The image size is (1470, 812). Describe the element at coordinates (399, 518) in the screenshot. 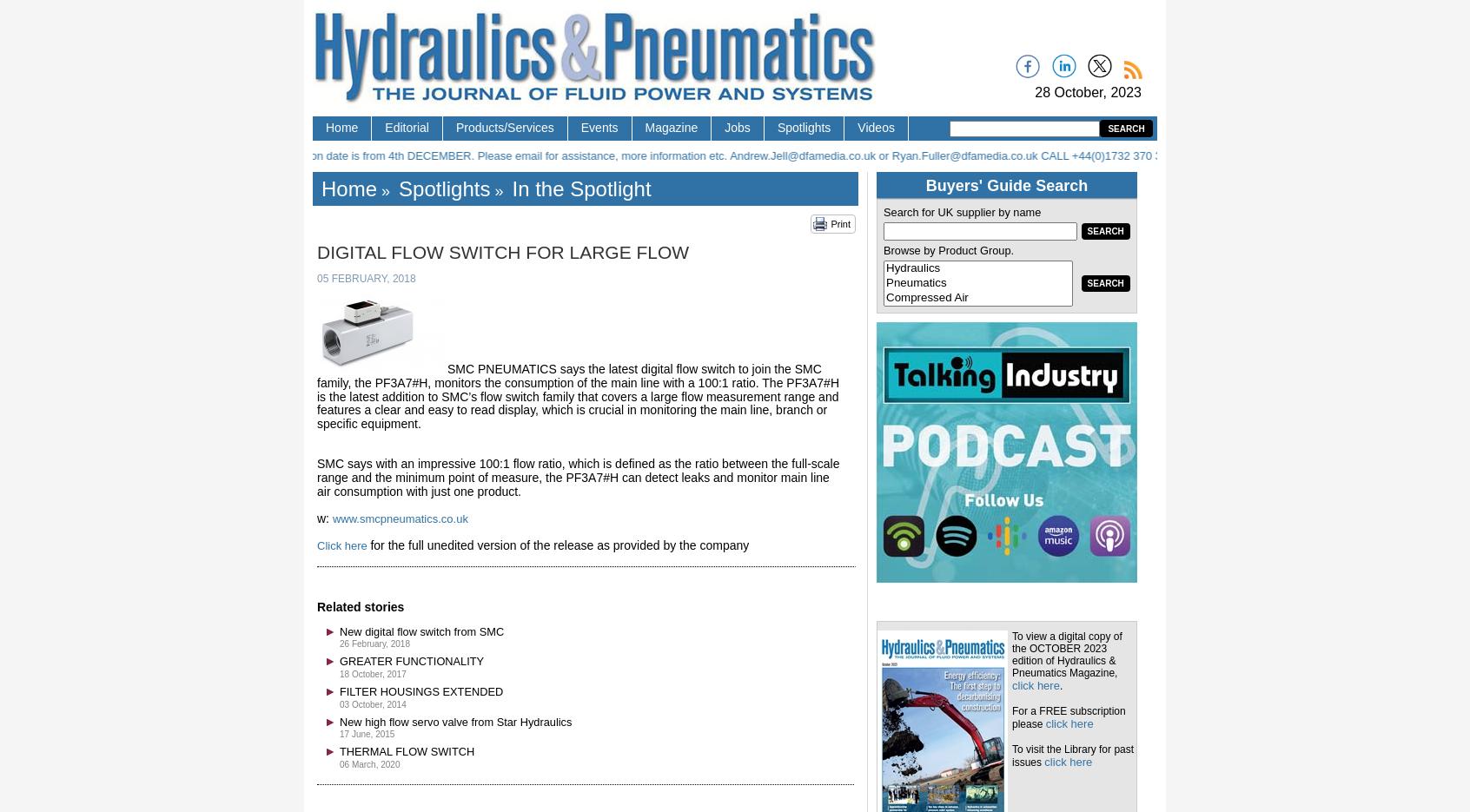

I see `'www.smcpneumatics.co.uk'` at that location.